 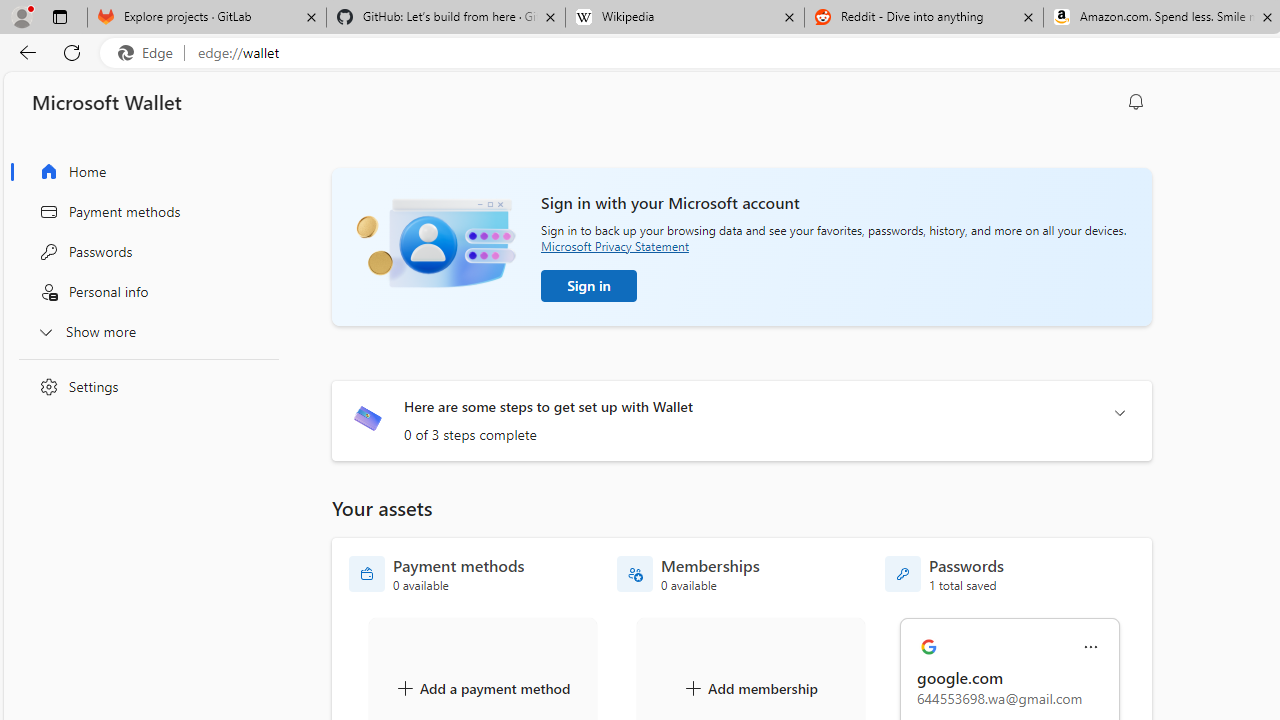 What do you see at coordinates (143, 330) in the screenshot?
I see `'Show more'` at bounding box center [143, 330].